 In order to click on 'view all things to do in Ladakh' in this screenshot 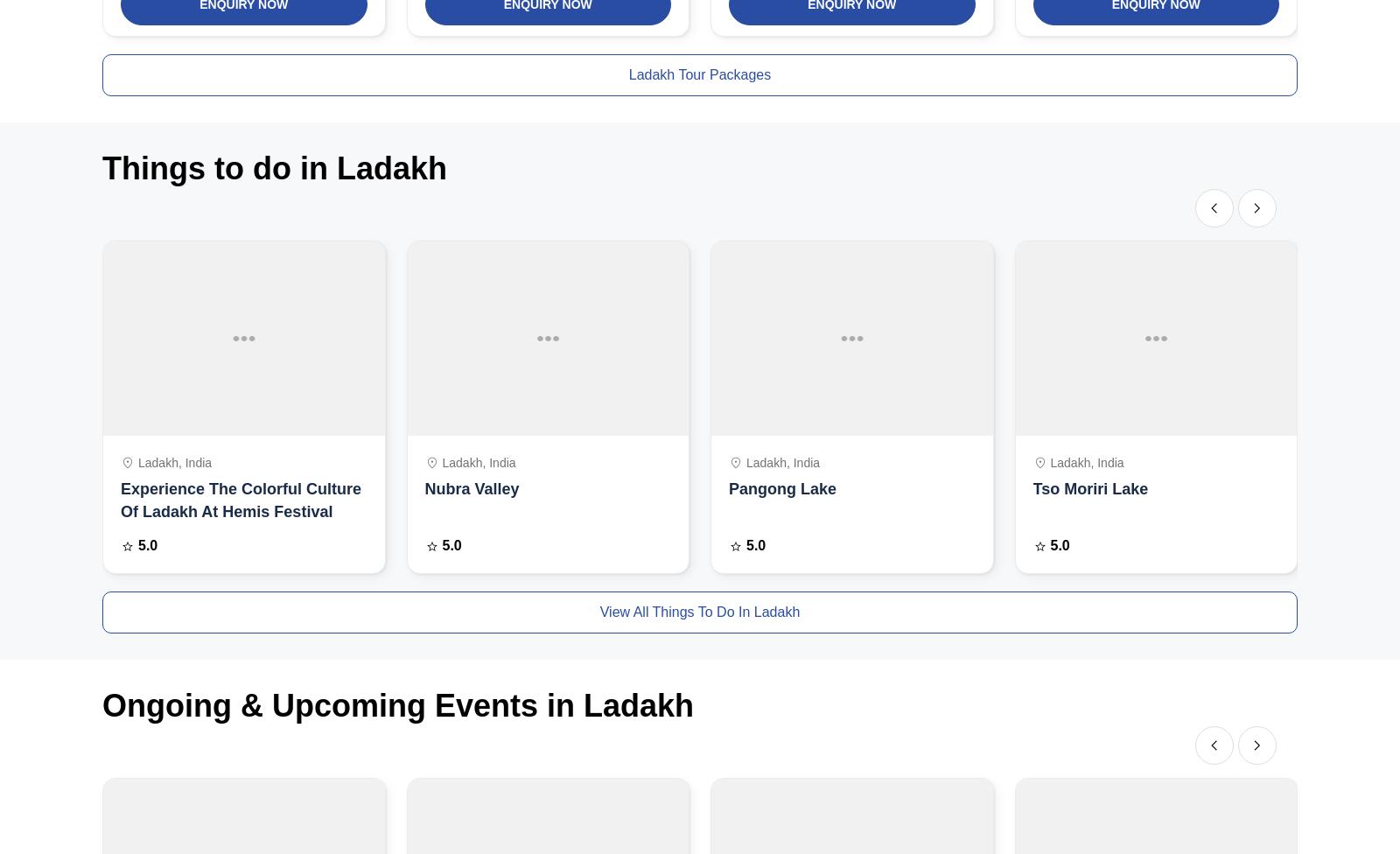, I will do `click(699, 611)`.